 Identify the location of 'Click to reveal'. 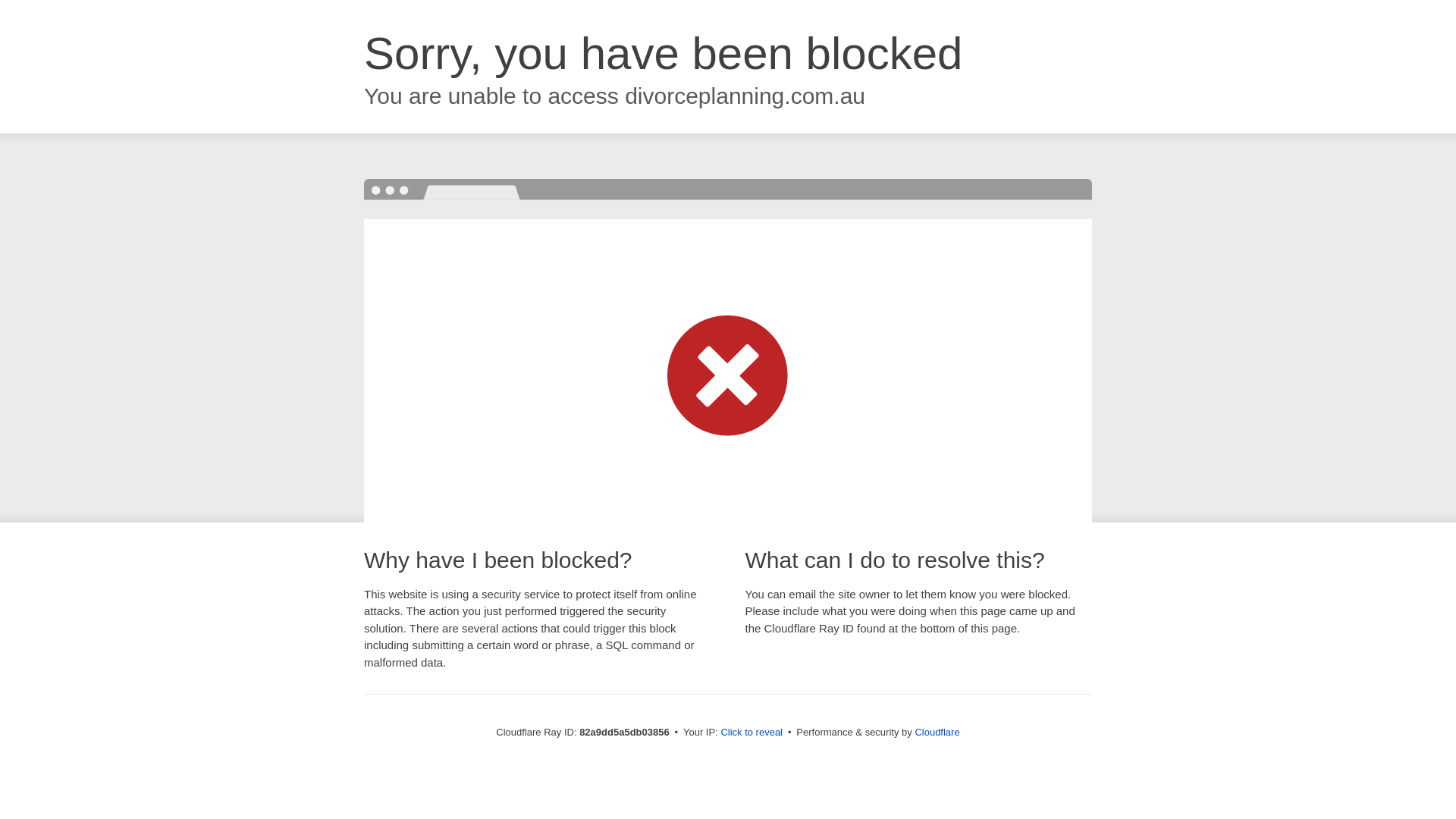
(720, 731).